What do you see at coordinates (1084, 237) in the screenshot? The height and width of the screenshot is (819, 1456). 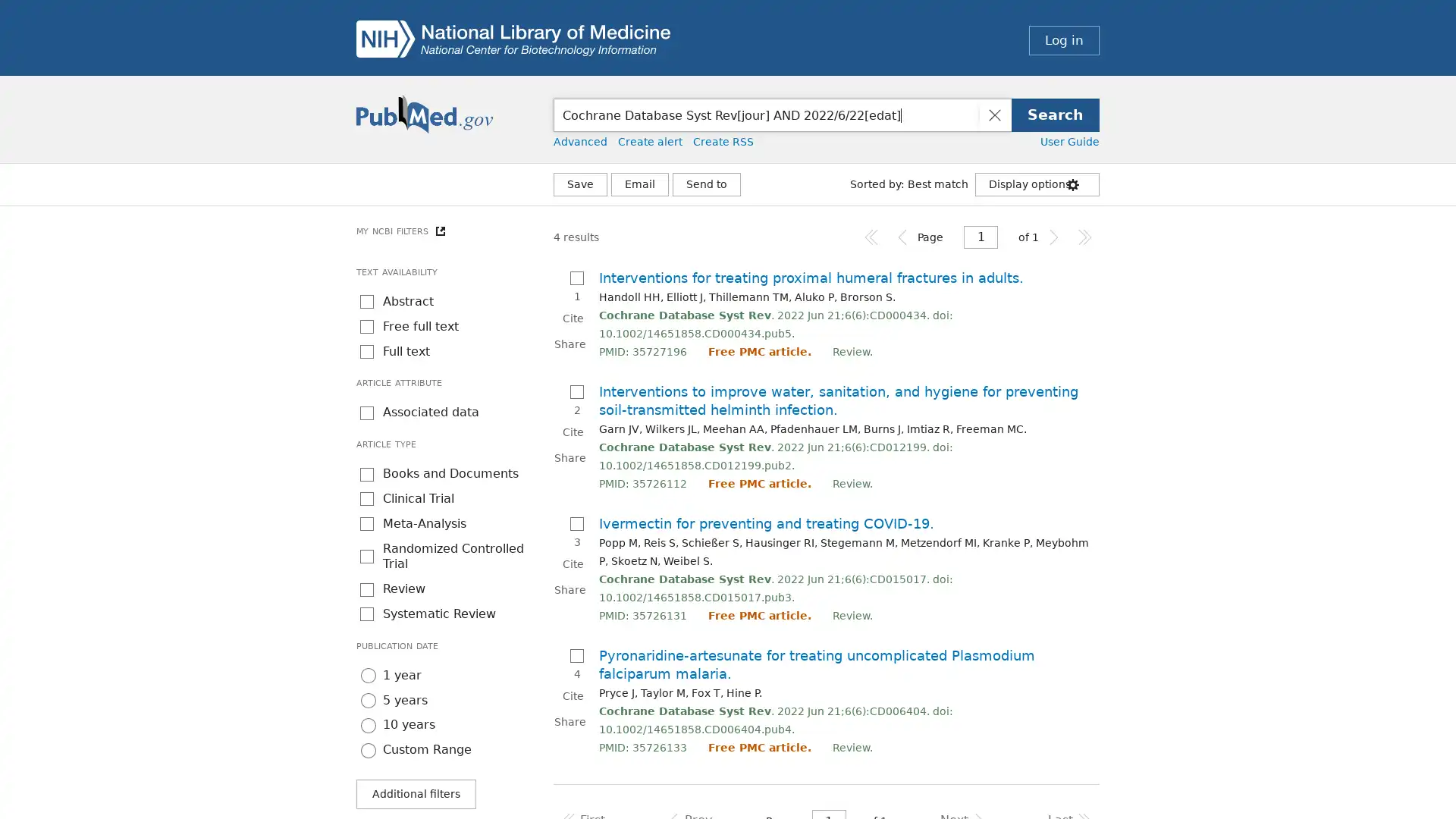 I see `Navigates to the last page of results.` at bounding box center [1084, 237].